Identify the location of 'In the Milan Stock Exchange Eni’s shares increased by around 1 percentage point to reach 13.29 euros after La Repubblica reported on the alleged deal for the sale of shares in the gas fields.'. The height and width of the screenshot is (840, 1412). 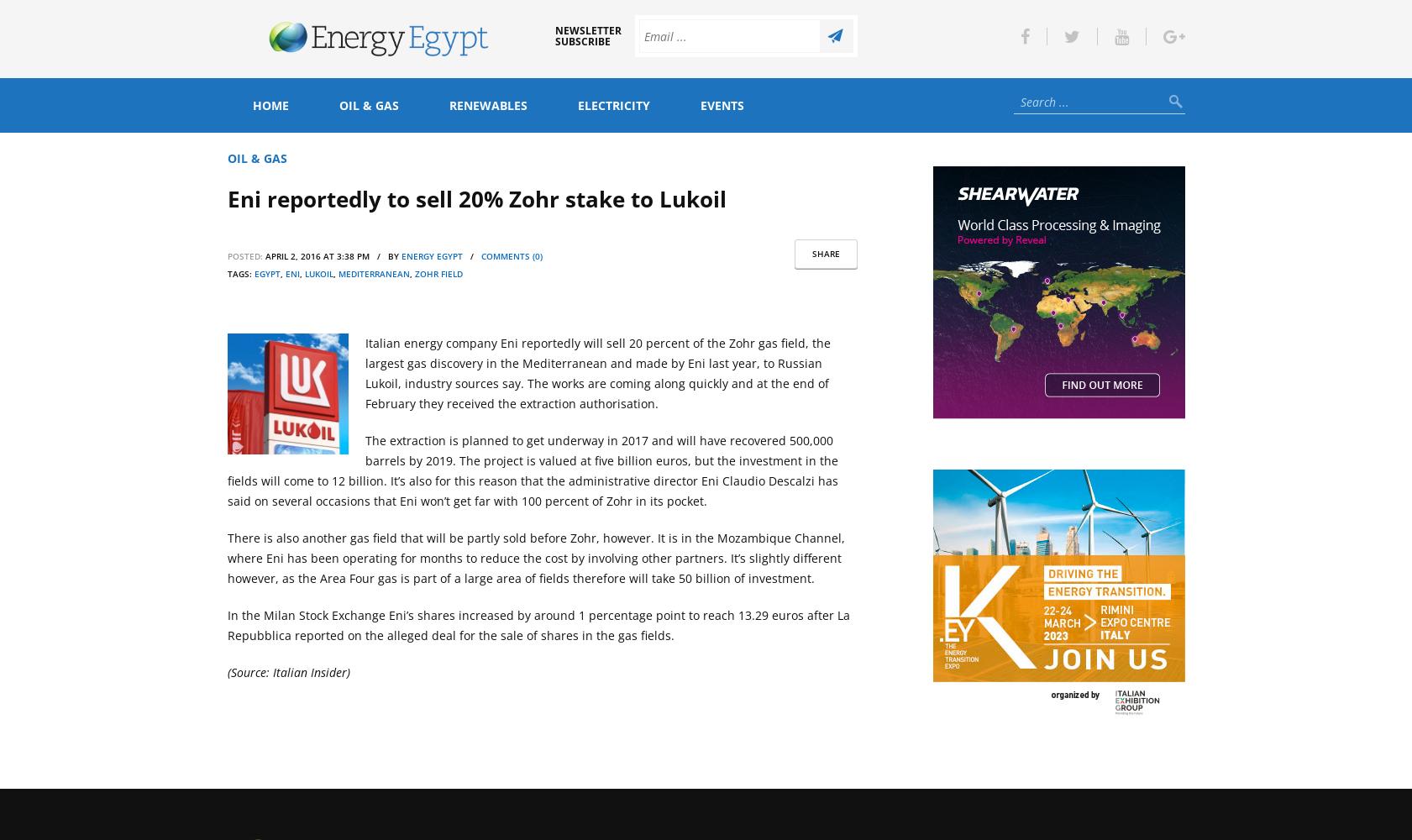
(537, 624).